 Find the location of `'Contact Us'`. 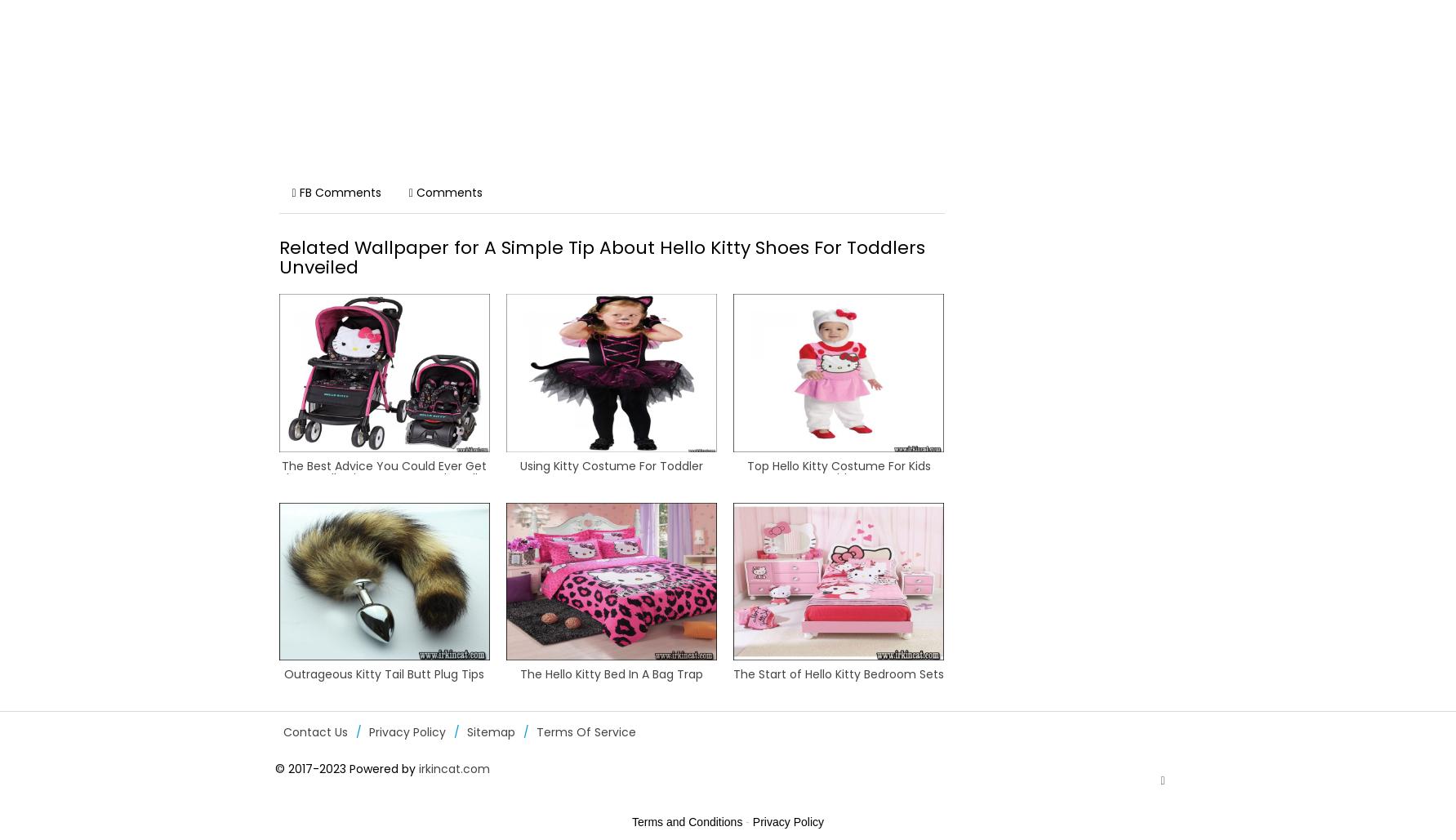

'Contact Us' is located at coordinates (314, 731).